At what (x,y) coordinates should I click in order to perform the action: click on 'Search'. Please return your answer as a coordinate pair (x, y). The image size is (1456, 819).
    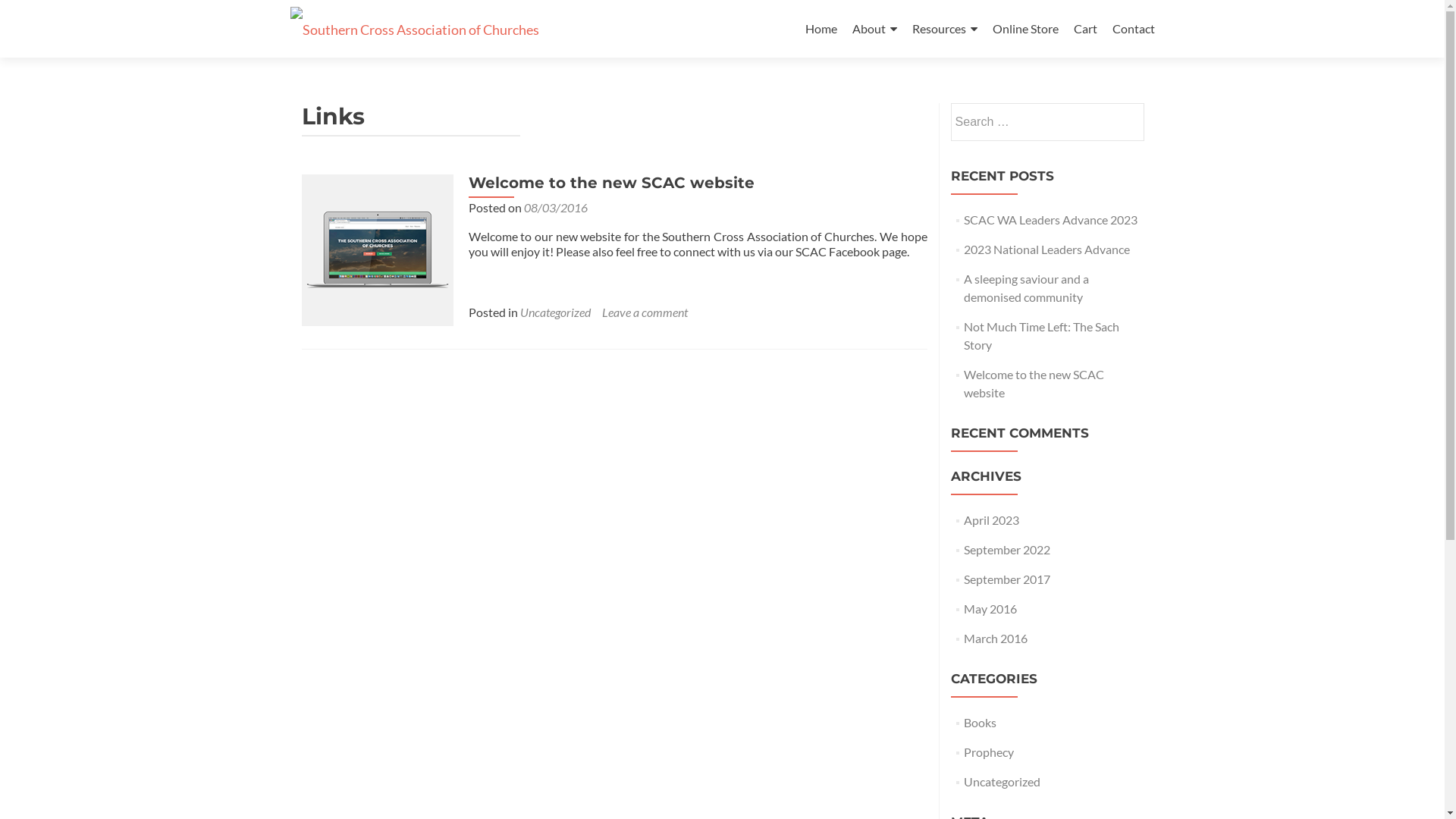
    Looking at the image, I should click on (1109, 119).